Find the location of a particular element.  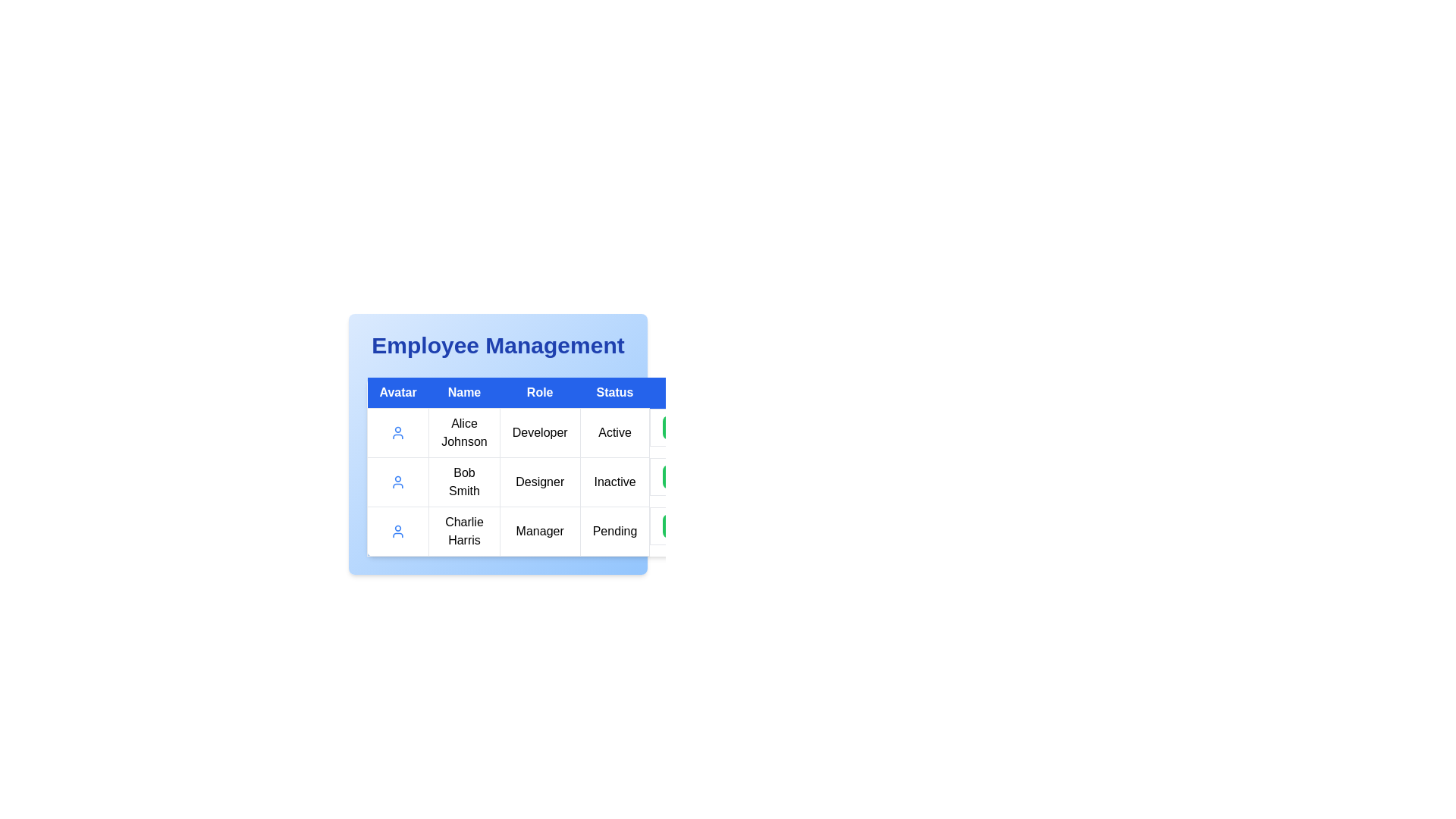

the avatar icon representing user 'Bob Smith' located in the second row, first column of the table under the 'Avatar' column header is located at coordinates (398, 482).